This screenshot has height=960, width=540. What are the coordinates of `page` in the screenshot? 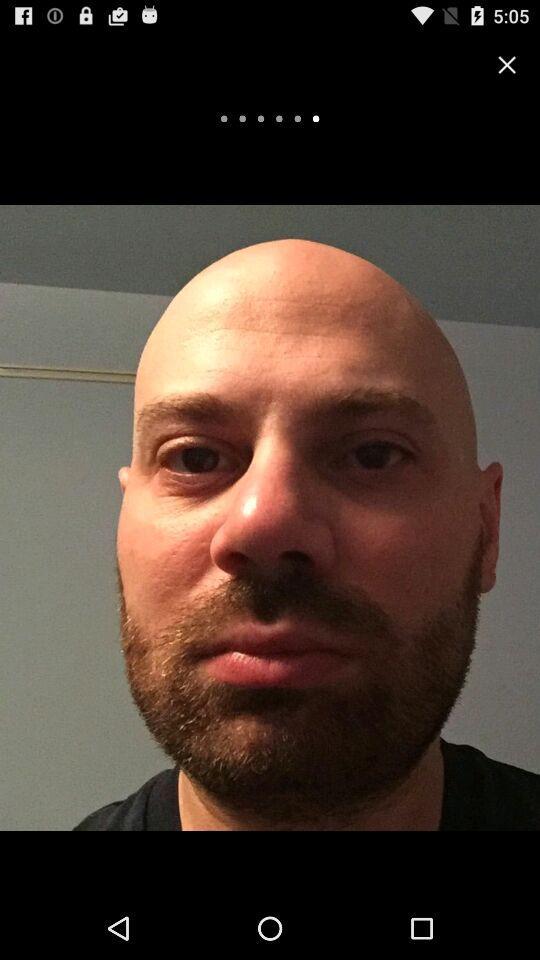 It's located at (507, 64).